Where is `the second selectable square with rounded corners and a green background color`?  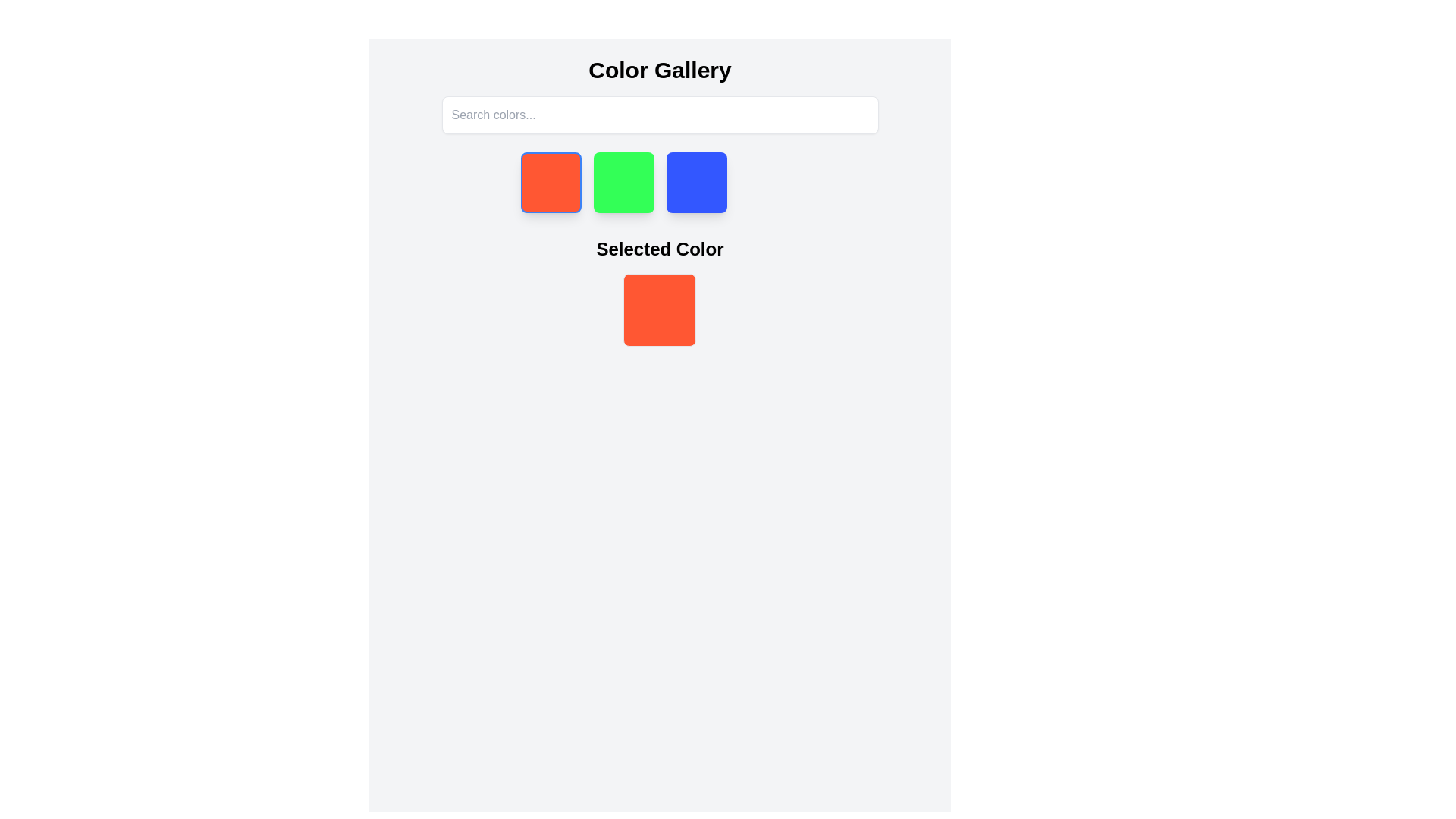
the second selectable square with rounded corners and a green background color is located at coordinates (623, 181).